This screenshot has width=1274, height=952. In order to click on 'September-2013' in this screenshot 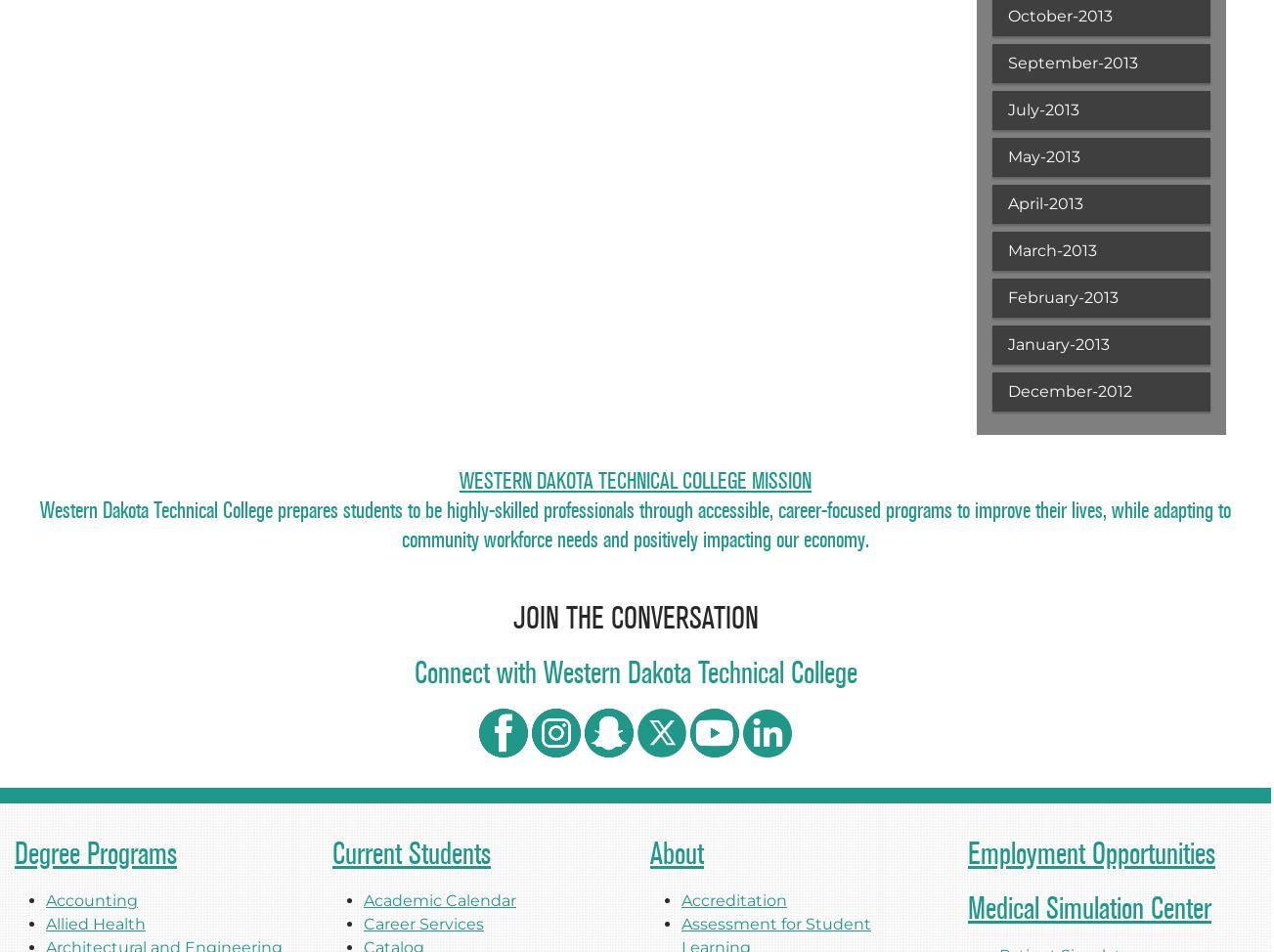, I will do `click(1071, 63)`.